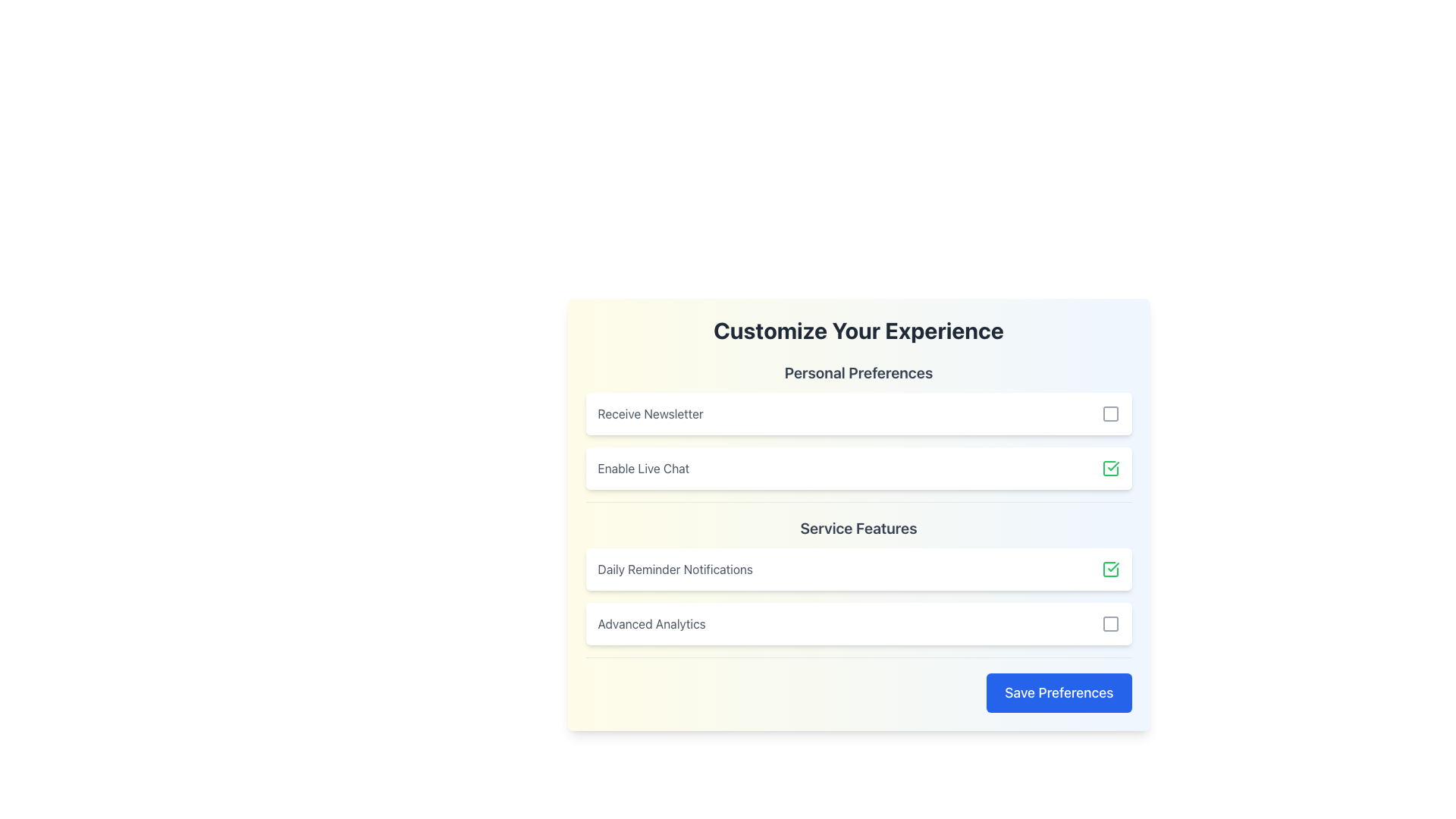 The width and height of the screenshot is (1456, 819). I want to click on the checkbox for 'Daily Reminder Notifications', so click(1110, 570).